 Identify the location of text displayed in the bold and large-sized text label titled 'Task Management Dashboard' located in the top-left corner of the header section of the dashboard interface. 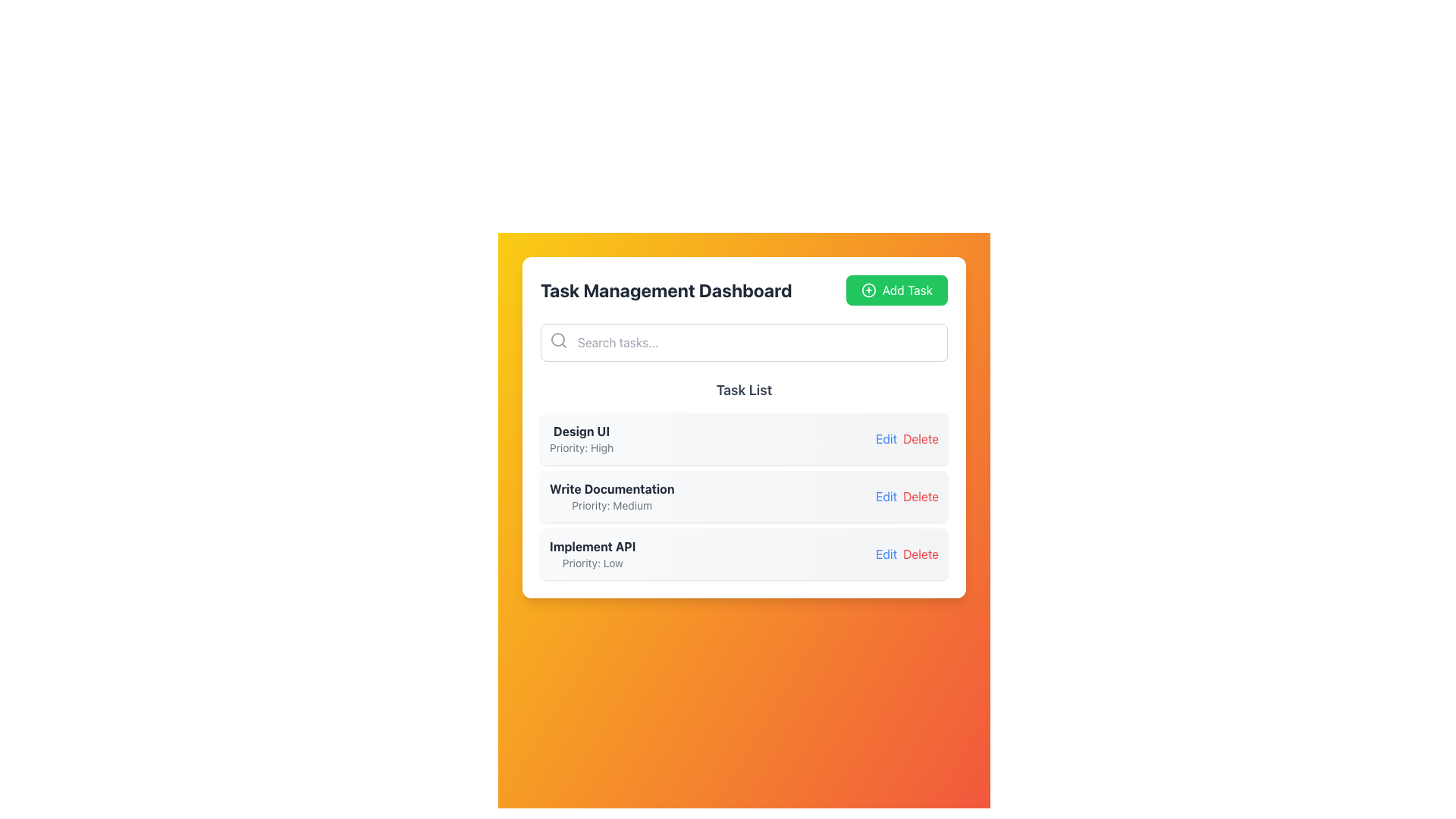
(666, 290).